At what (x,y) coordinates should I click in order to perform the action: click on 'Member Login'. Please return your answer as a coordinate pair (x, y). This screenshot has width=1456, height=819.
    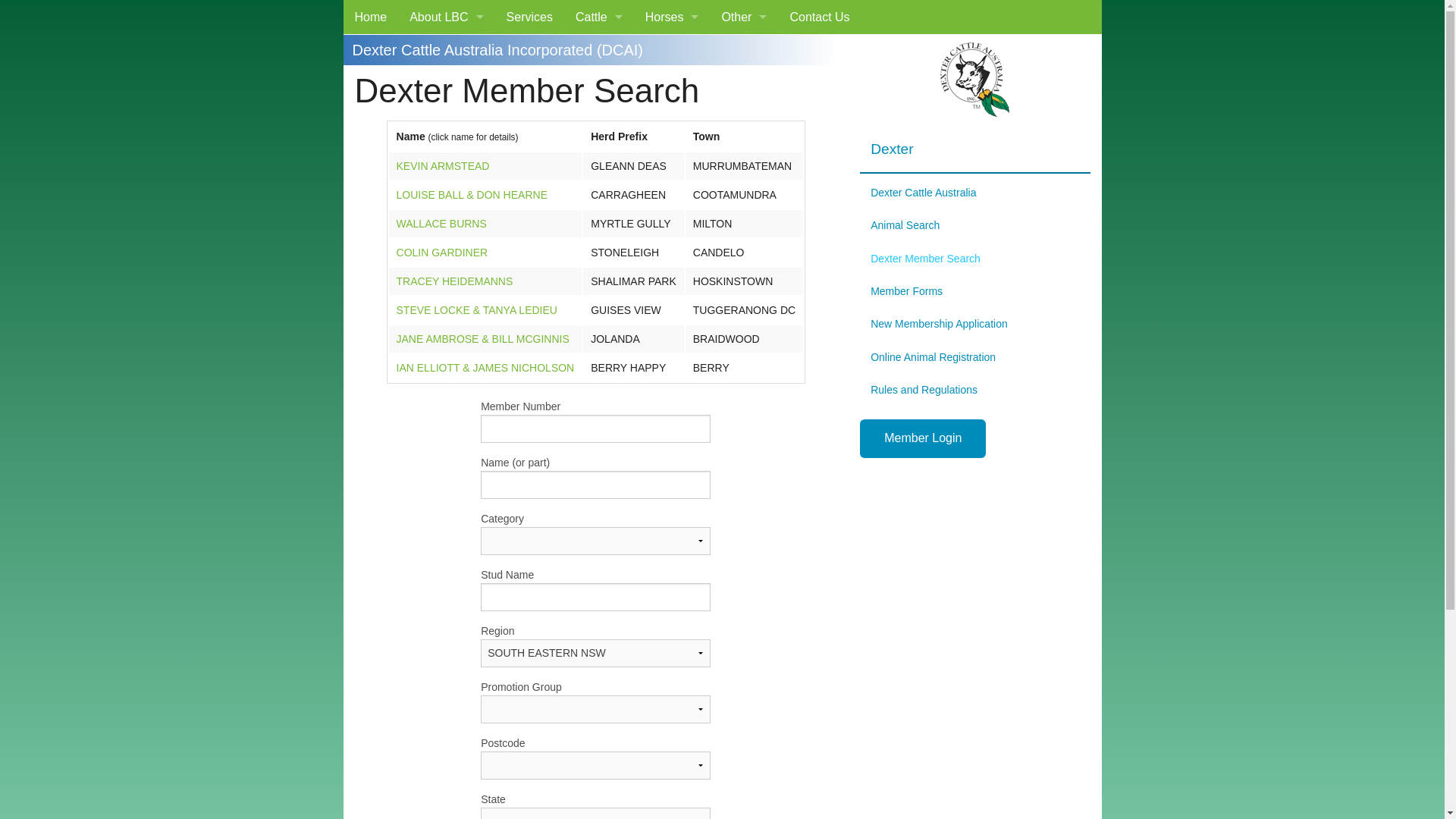
    Looking at the image, I should click on (922, 438).